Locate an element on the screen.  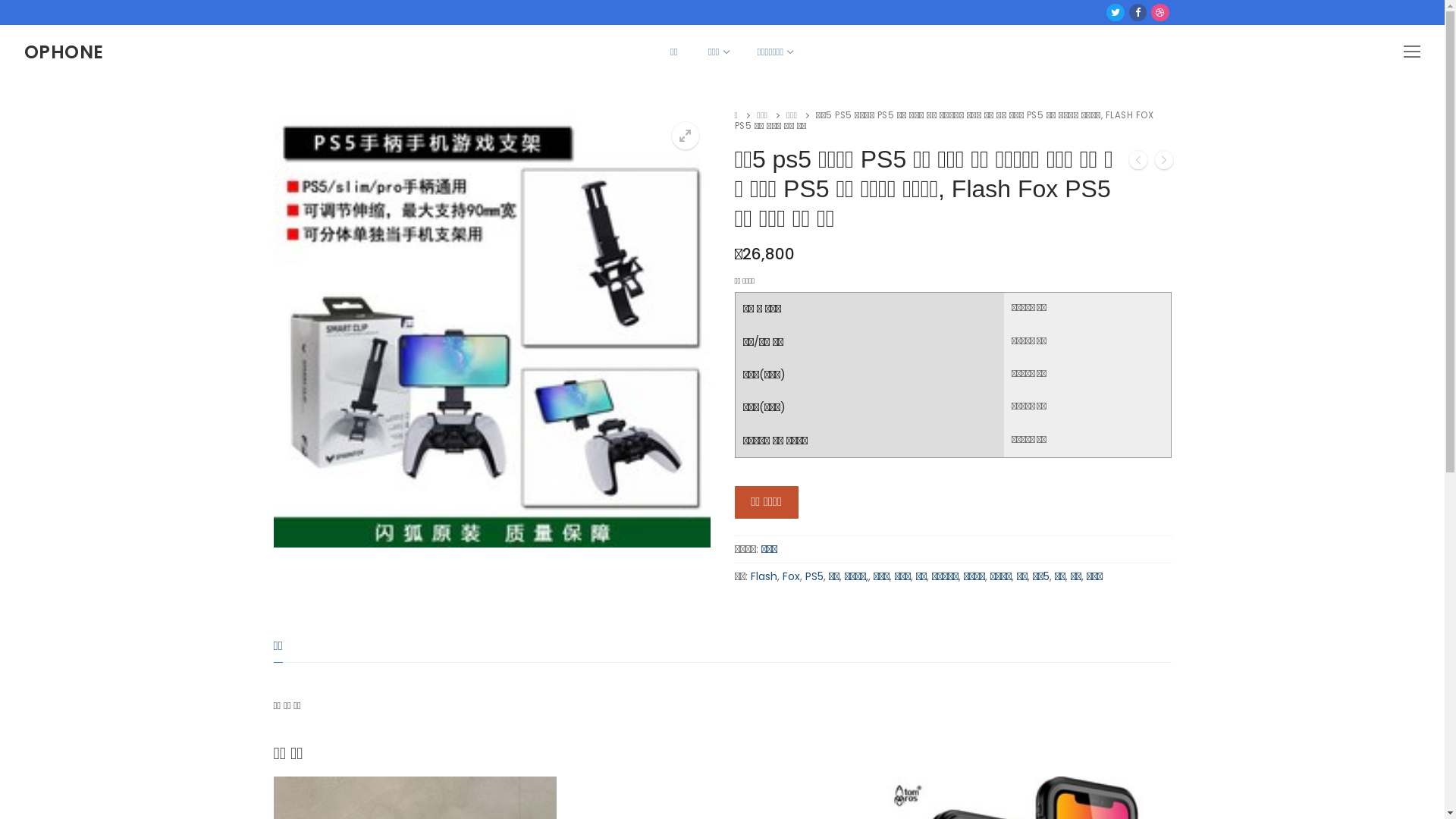
'Facebook' is located at coordinates (1137, 12).